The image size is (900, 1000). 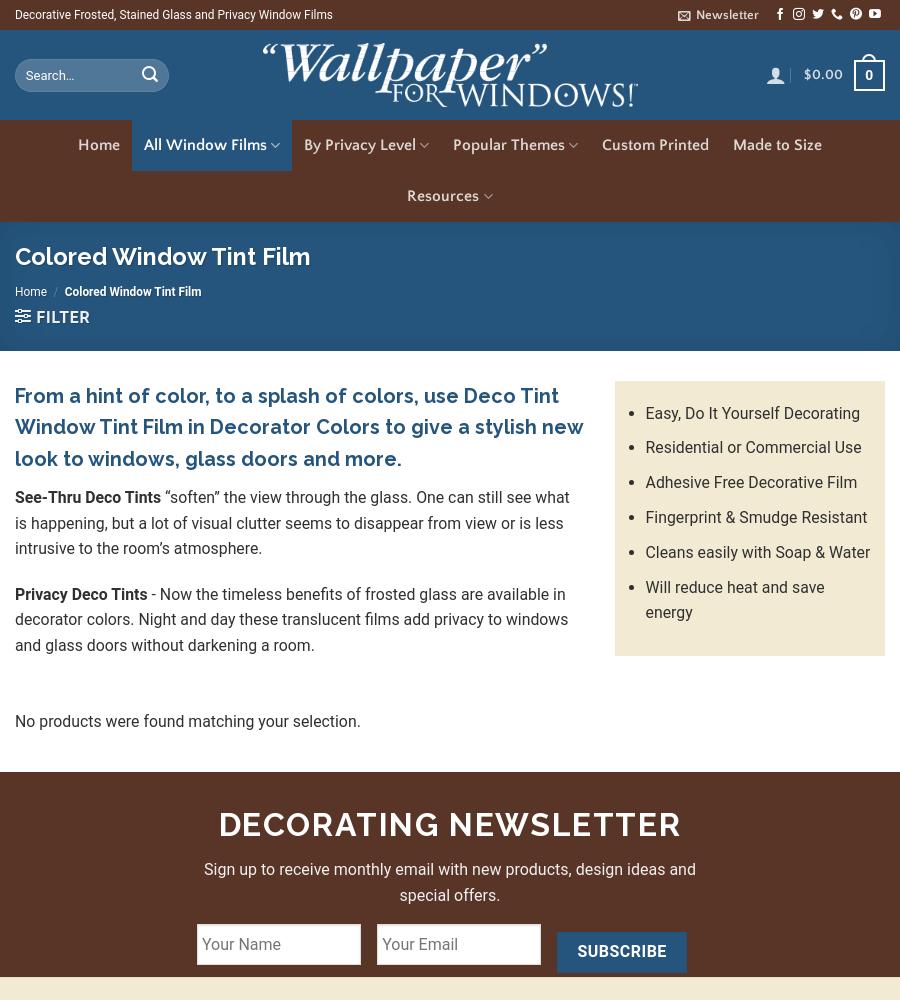 What do you see at coordinates (54, 292) in the screenshot?
I see `'/'` at bounding box center [54, 292].